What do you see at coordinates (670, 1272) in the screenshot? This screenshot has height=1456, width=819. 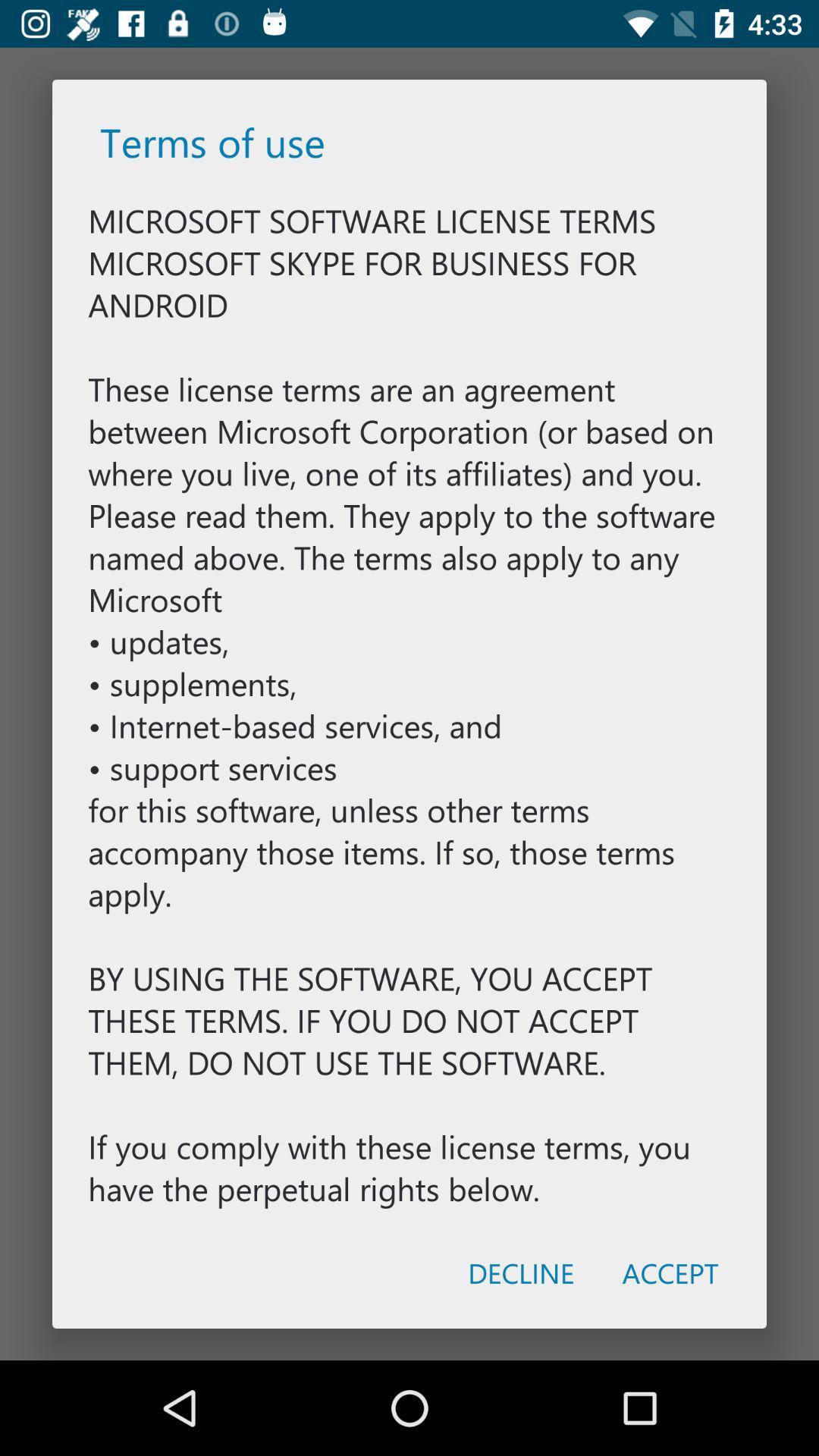 I see `app below the microsoft software license icon` at bounding box center [670, 1272].